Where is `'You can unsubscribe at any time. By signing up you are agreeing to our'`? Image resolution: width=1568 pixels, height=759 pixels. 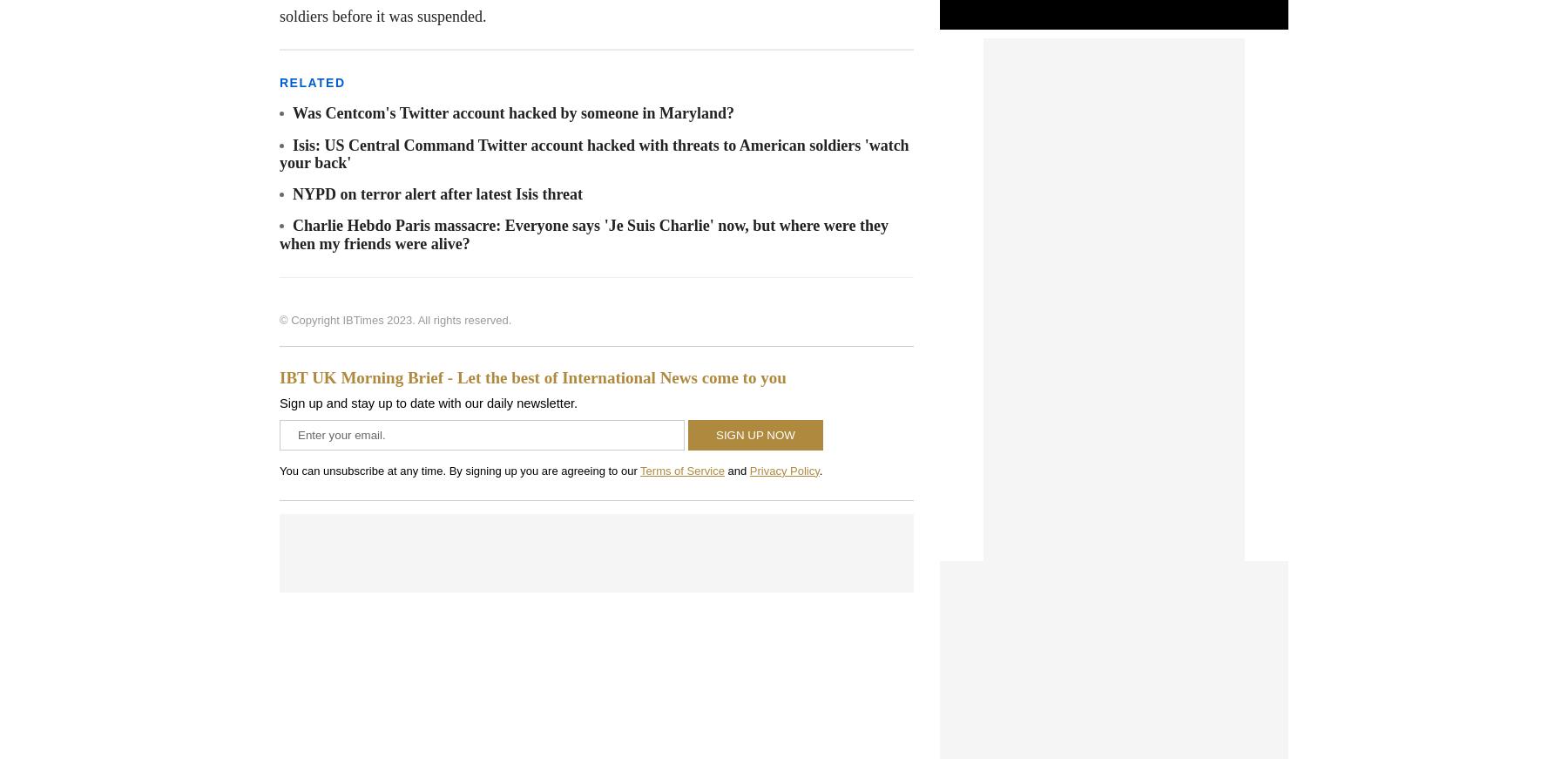
'You can unsubscribe at any time. By signing up you are agreeing to our' is located at coordinates (458, 470).